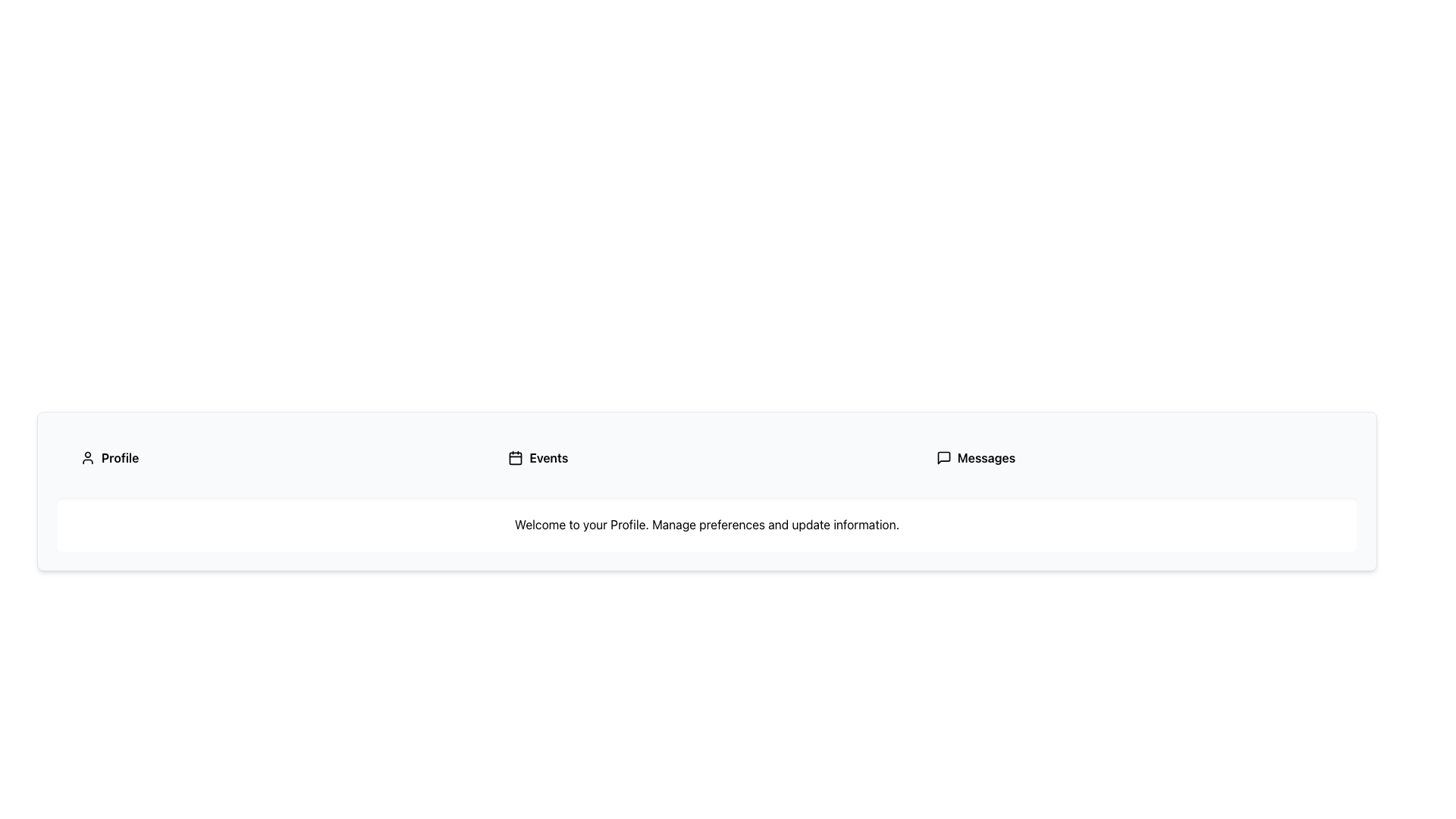 Image resolution: width=1456 pixels, height=819 pixels. I want to click on the user profile icon, which is styled with a simple black outline and located to the left of the text 'Profile' in the horizontal navigation bar, so click(86, 457).